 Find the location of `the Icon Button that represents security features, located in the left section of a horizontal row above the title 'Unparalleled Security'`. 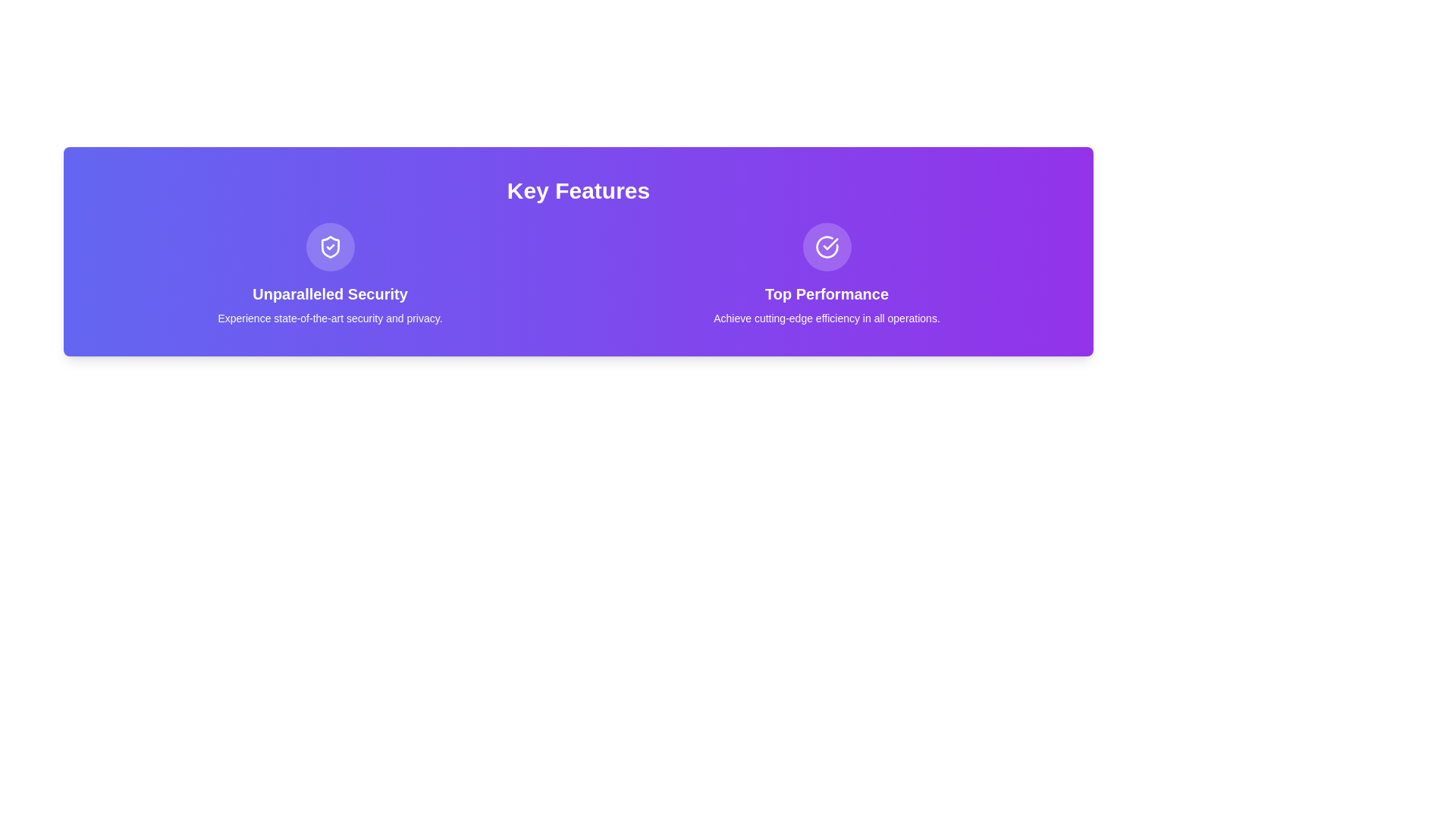

the Icon Button that represents security features, located in the left section of a horizontal row above the title 'Unparalleled Security' is located at coordinates (329, 246).